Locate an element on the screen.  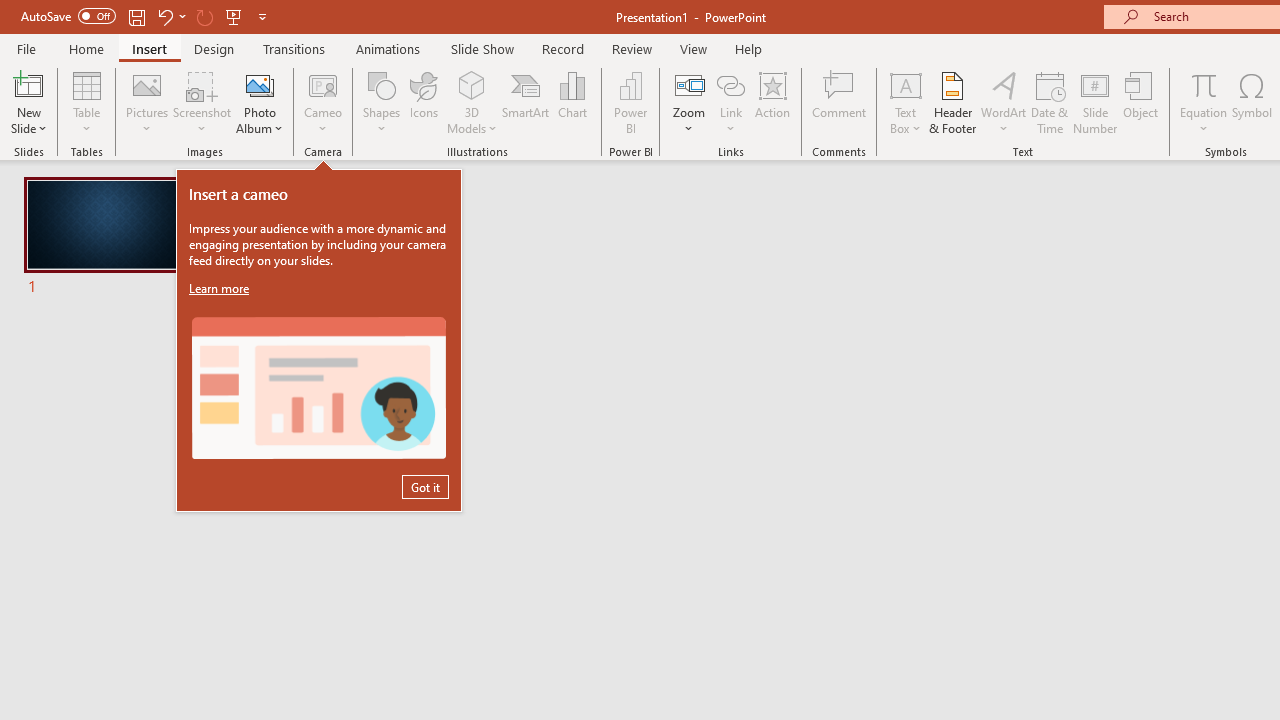
'Table' is located at coordinates (86, 103).